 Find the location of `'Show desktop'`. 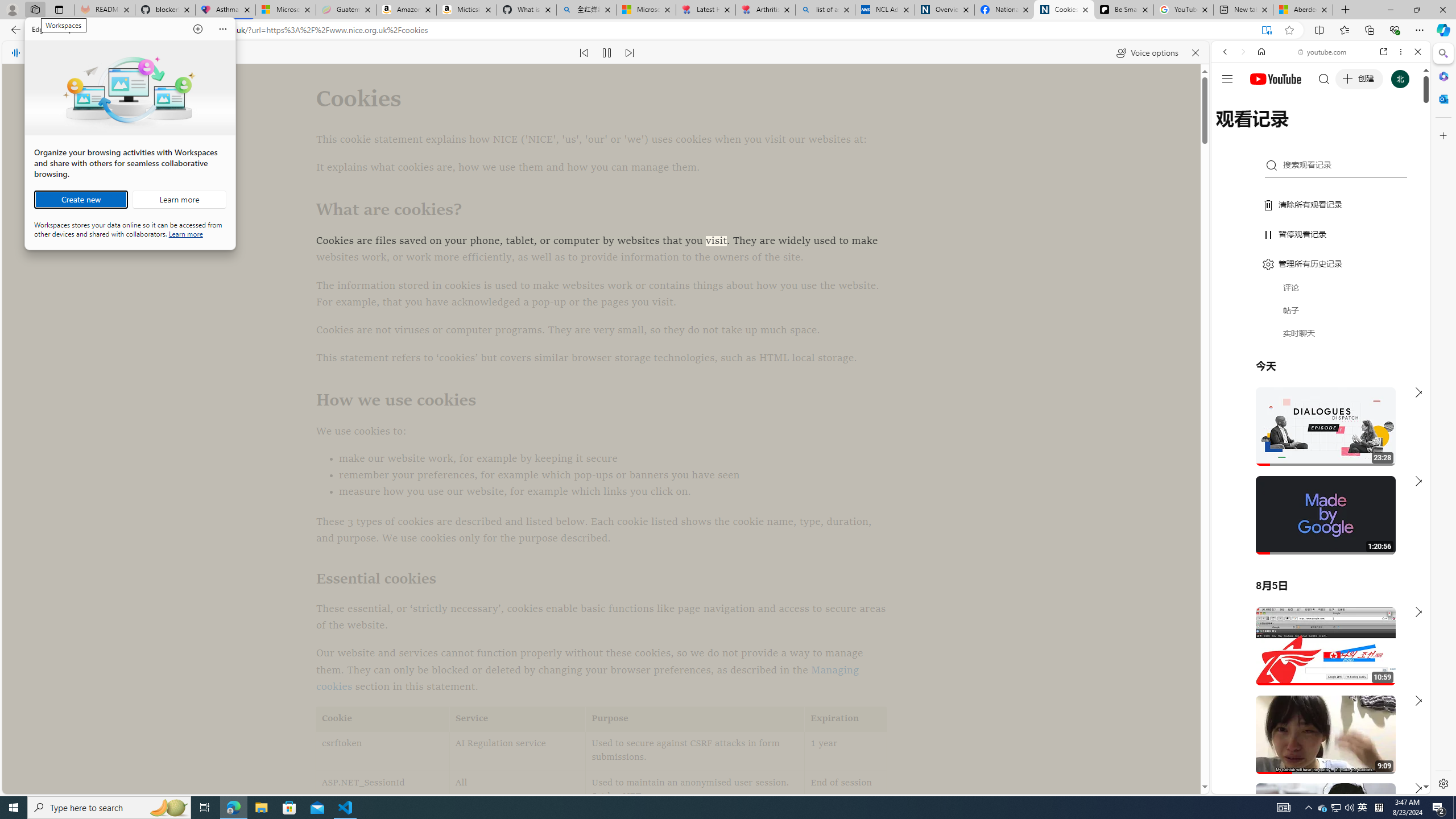

'Show desktop' is located at coordinates (1454, 806).